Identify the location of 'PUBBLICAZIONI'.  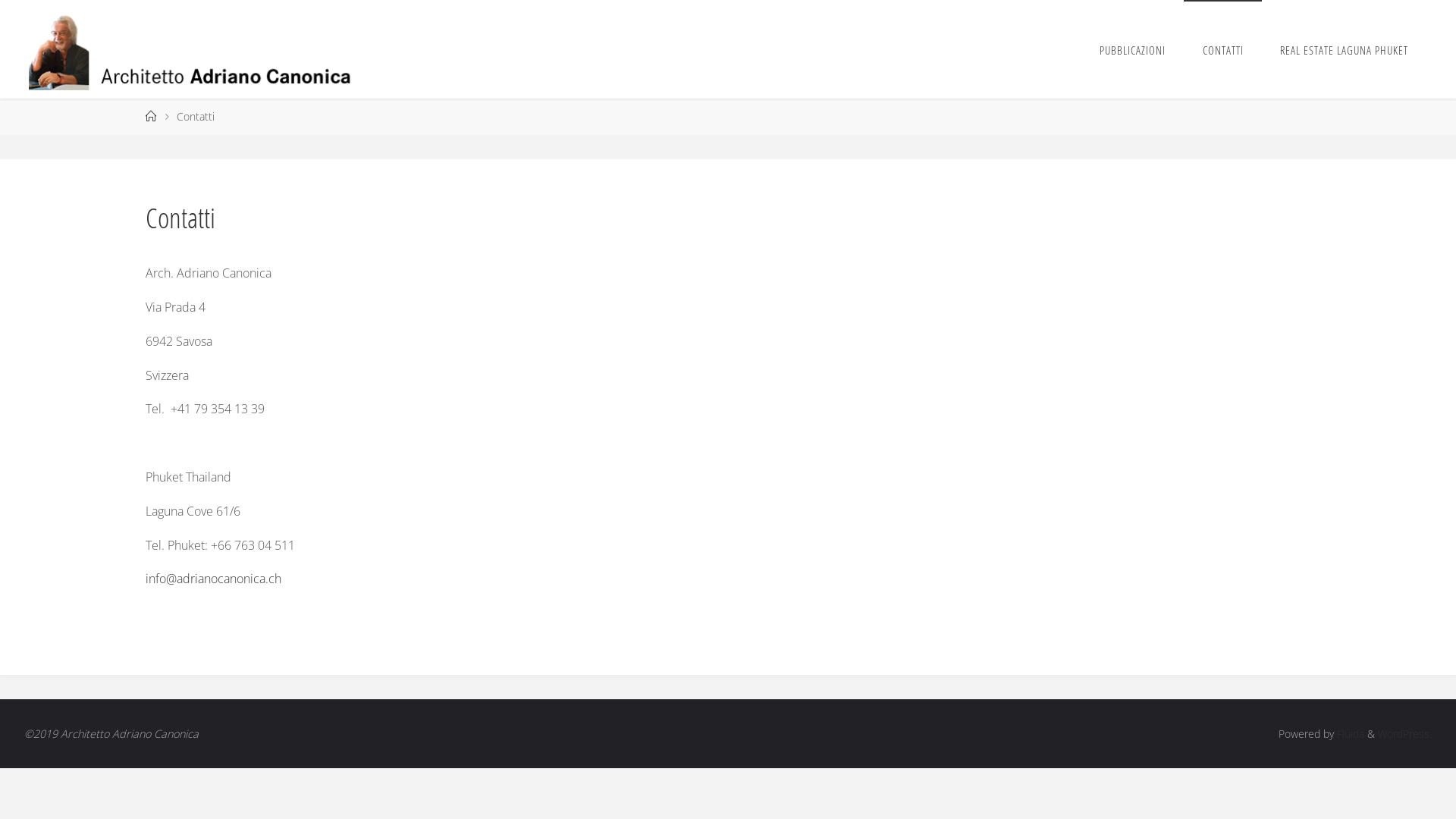
(1132, 49).